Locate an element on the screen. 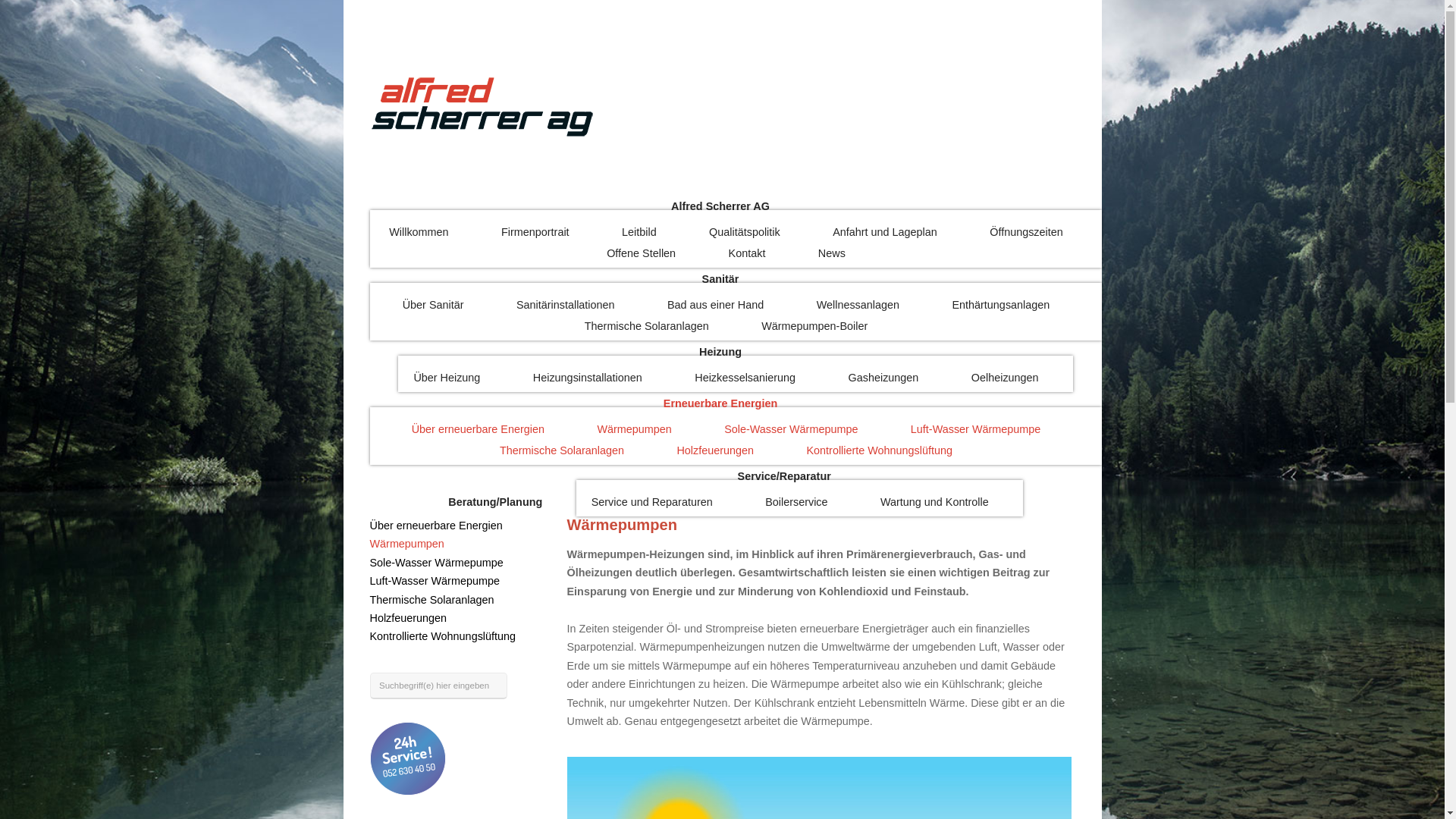 This screenshot has height=819, width=1456. 'Wellnessanlagen' is located at coordinates (858, 308).